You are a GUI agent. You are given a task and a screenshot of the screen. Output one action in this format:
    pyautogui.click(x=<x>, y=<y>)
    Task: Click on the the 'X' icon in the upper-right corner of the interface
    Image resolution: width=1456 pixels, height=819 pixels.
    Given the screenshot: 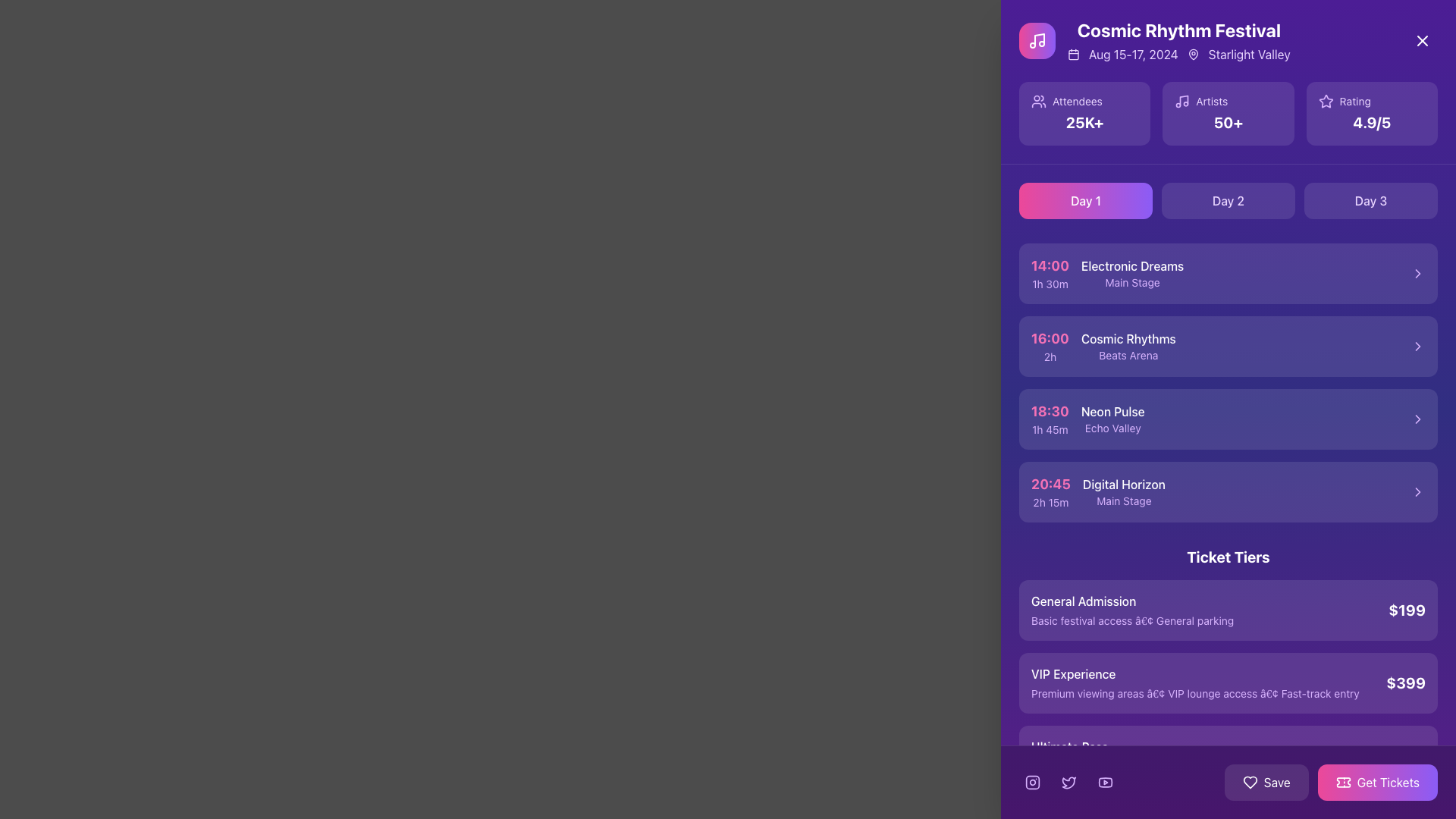 What is the action you would take?
    pyautogui.click(x=1422, y=40)
    